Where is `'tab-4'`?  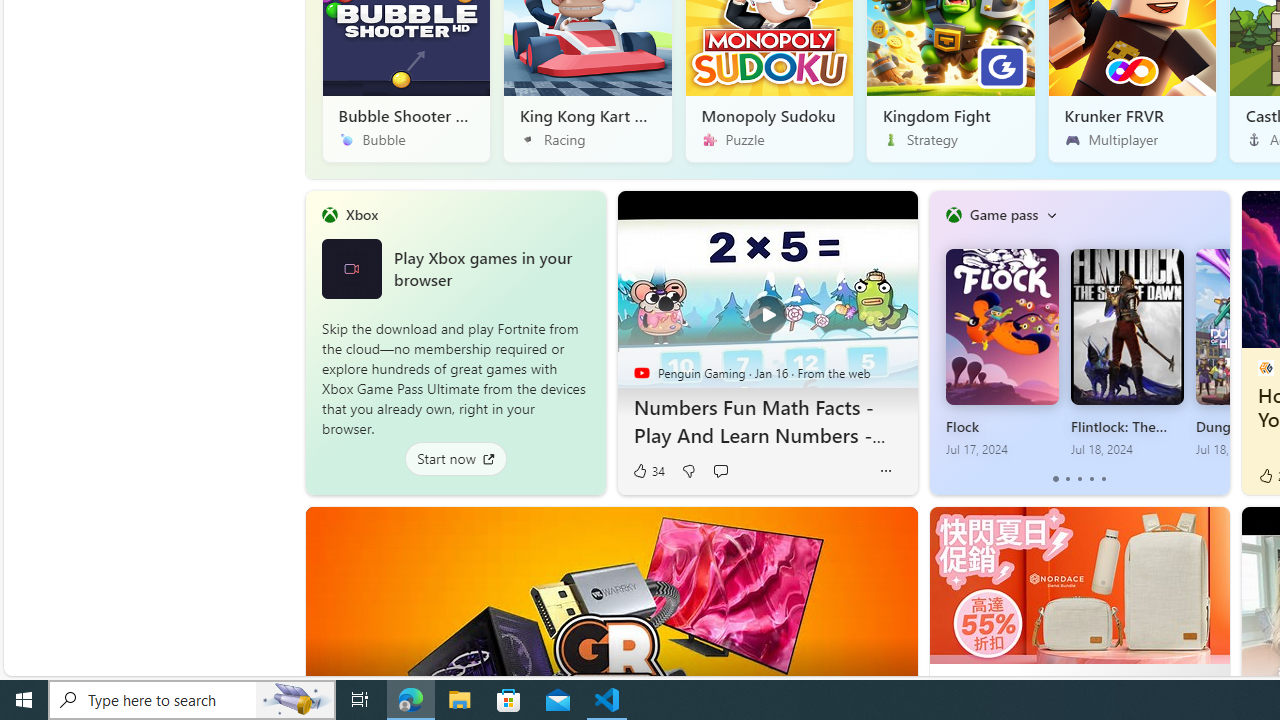
'tab-4' is located at coordinates (1102, 479).